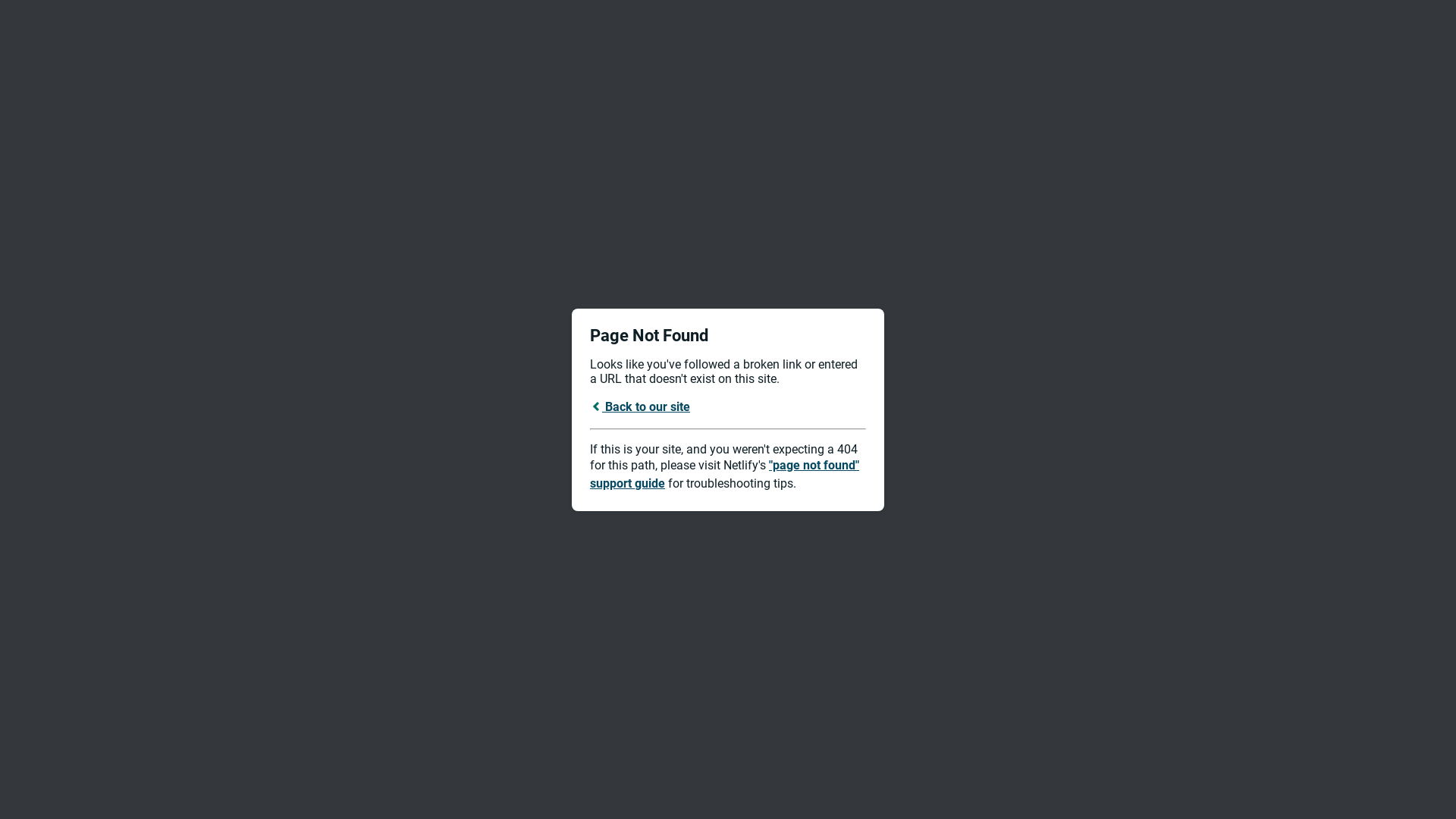 Image resolution: width=1456 pixels, height=819 pixels. I want to click on 'Back to our site', so click(588, 405).